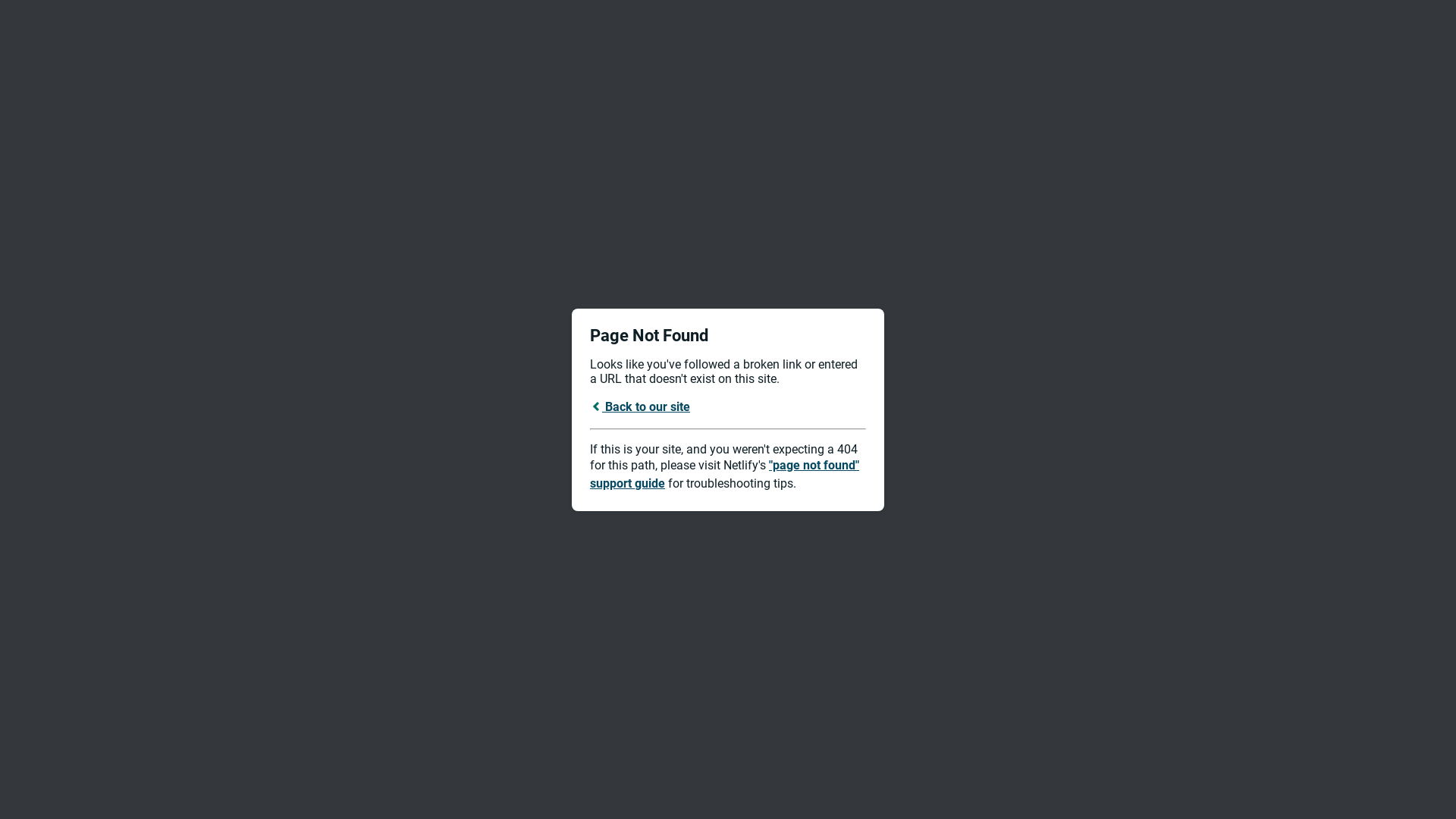 Image resolution: width=1456 pixels, height=819 pixels. I want to click on 'Back to our site', so click(588, 405).